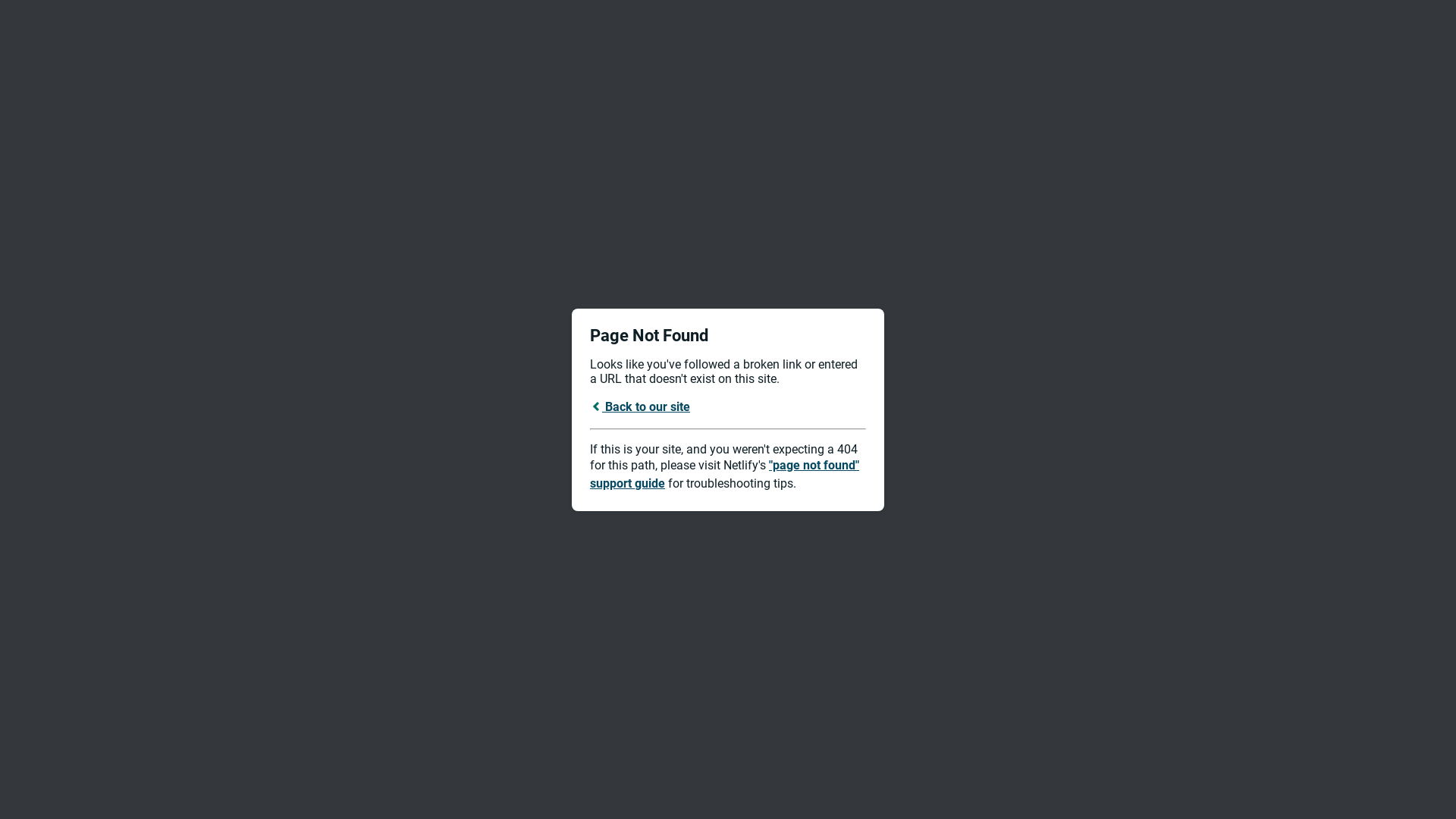 Image resolution: width=1456 pixels, height=819 pixels. I want to click on 'Back to our site', so click(588, 405).